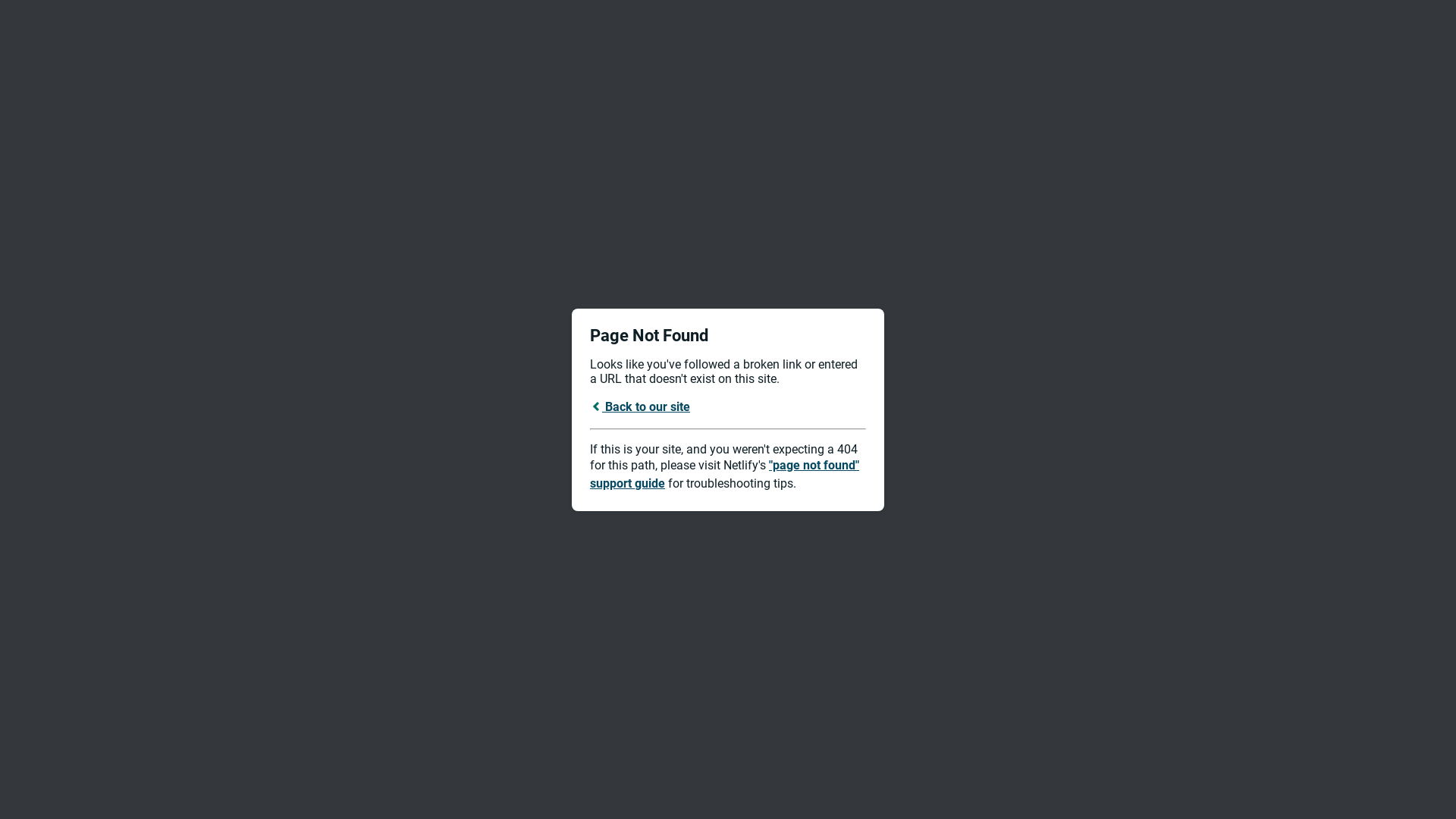 Image resolution: width=1456 pixels, height=819 pixels. I want to click on 'Back to our site', so click(588, 405).